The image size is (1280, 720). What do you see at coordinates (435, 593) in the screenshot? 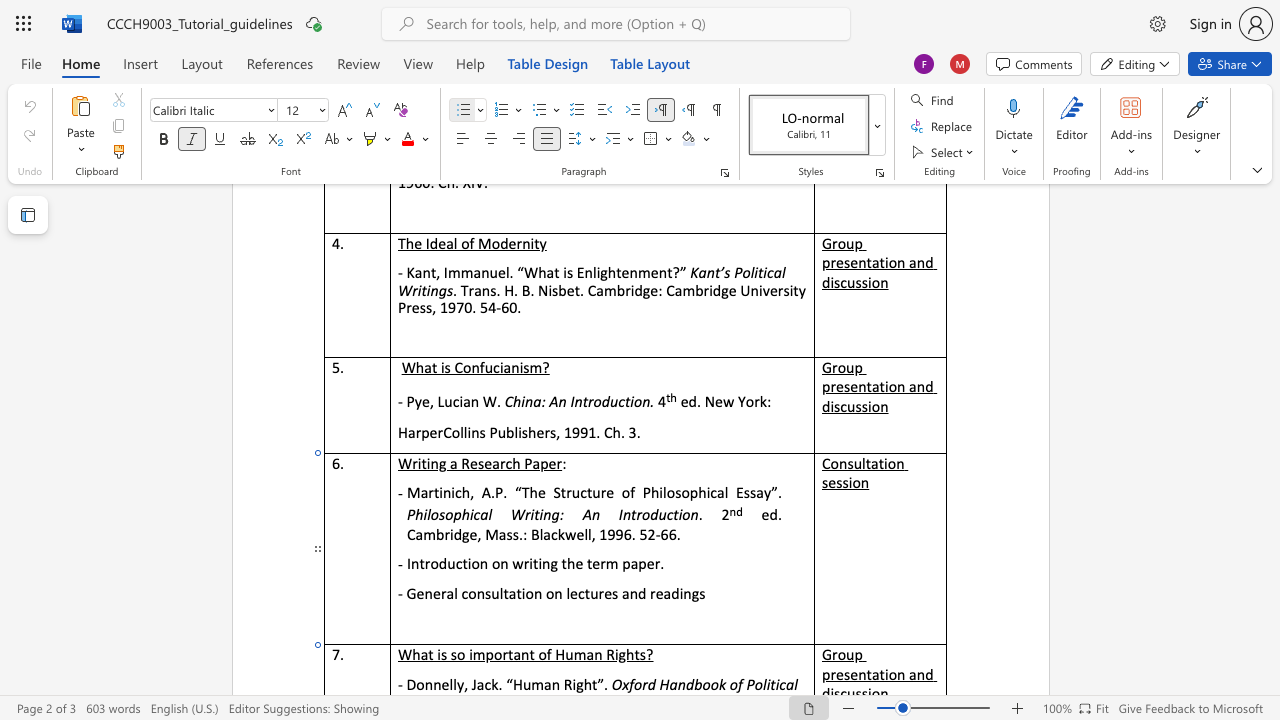
I see `the 2th character "e" in the text` at bounding box center [435, 593].